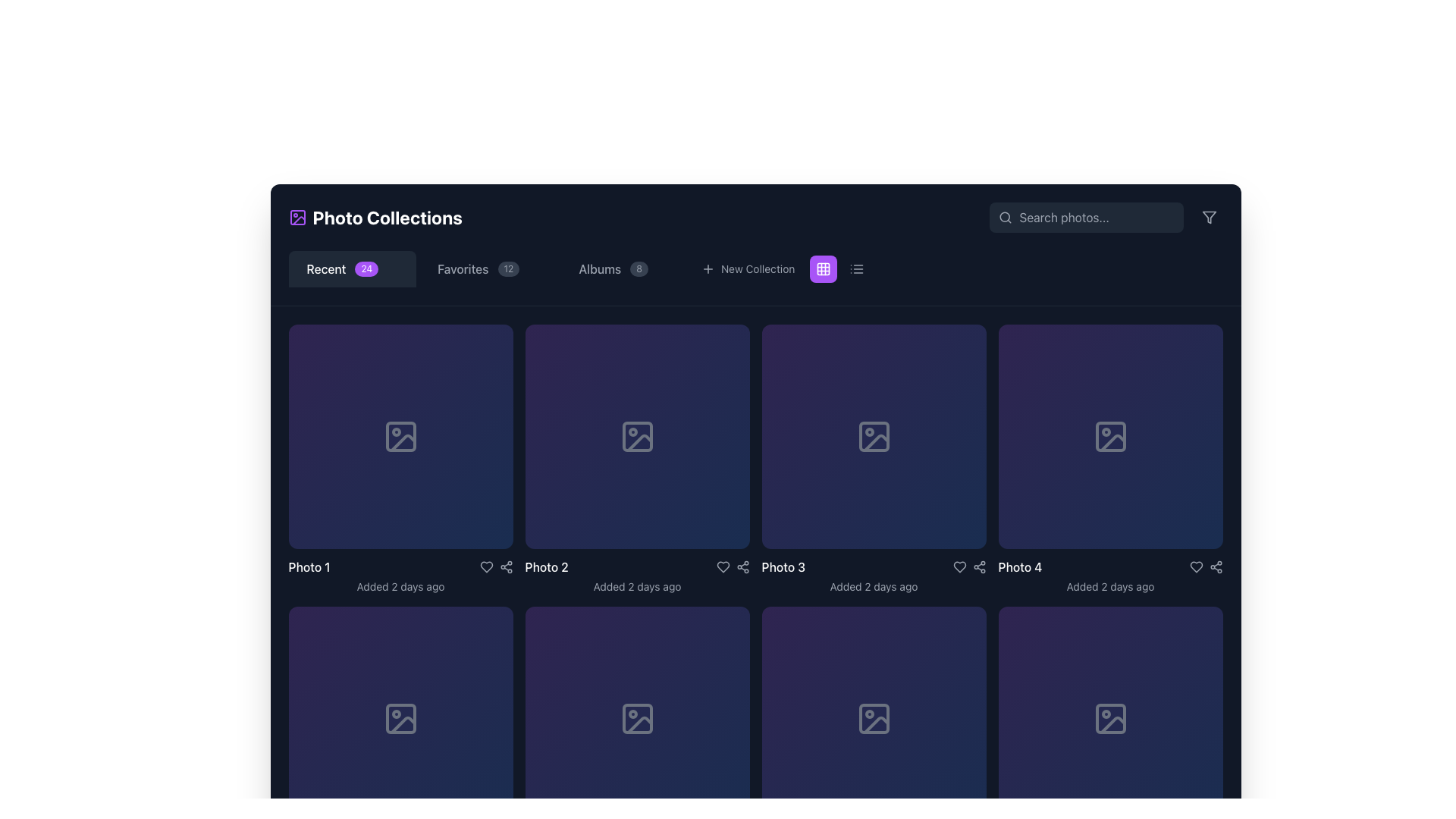  I want to click on the share icon button located below 'Photo 2', which is the third icon in a row, to change its color, so click(506, 567).